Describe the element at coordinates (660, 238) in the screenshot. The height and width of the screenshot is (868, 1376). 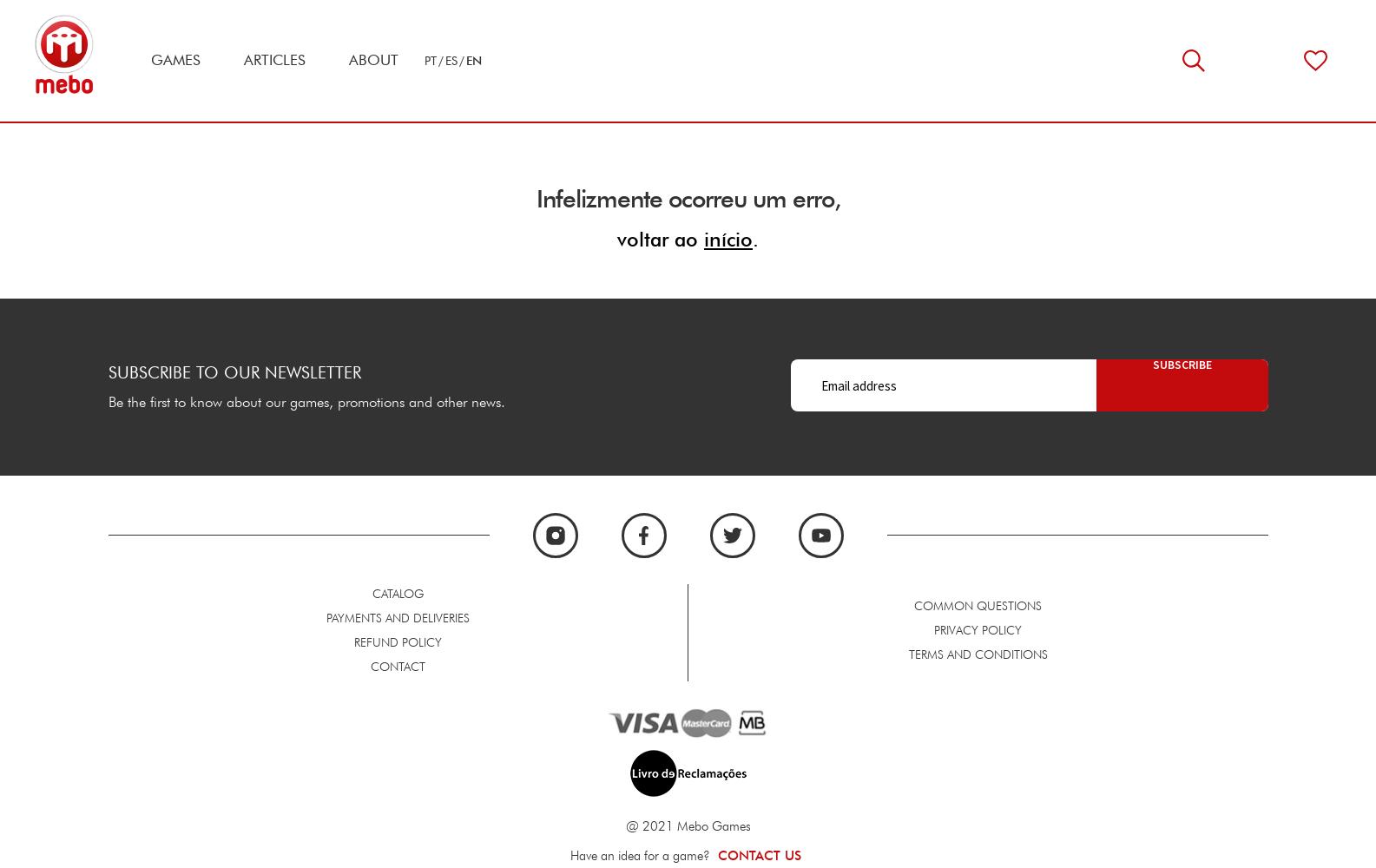
I see `'voltar ao'` at that location.